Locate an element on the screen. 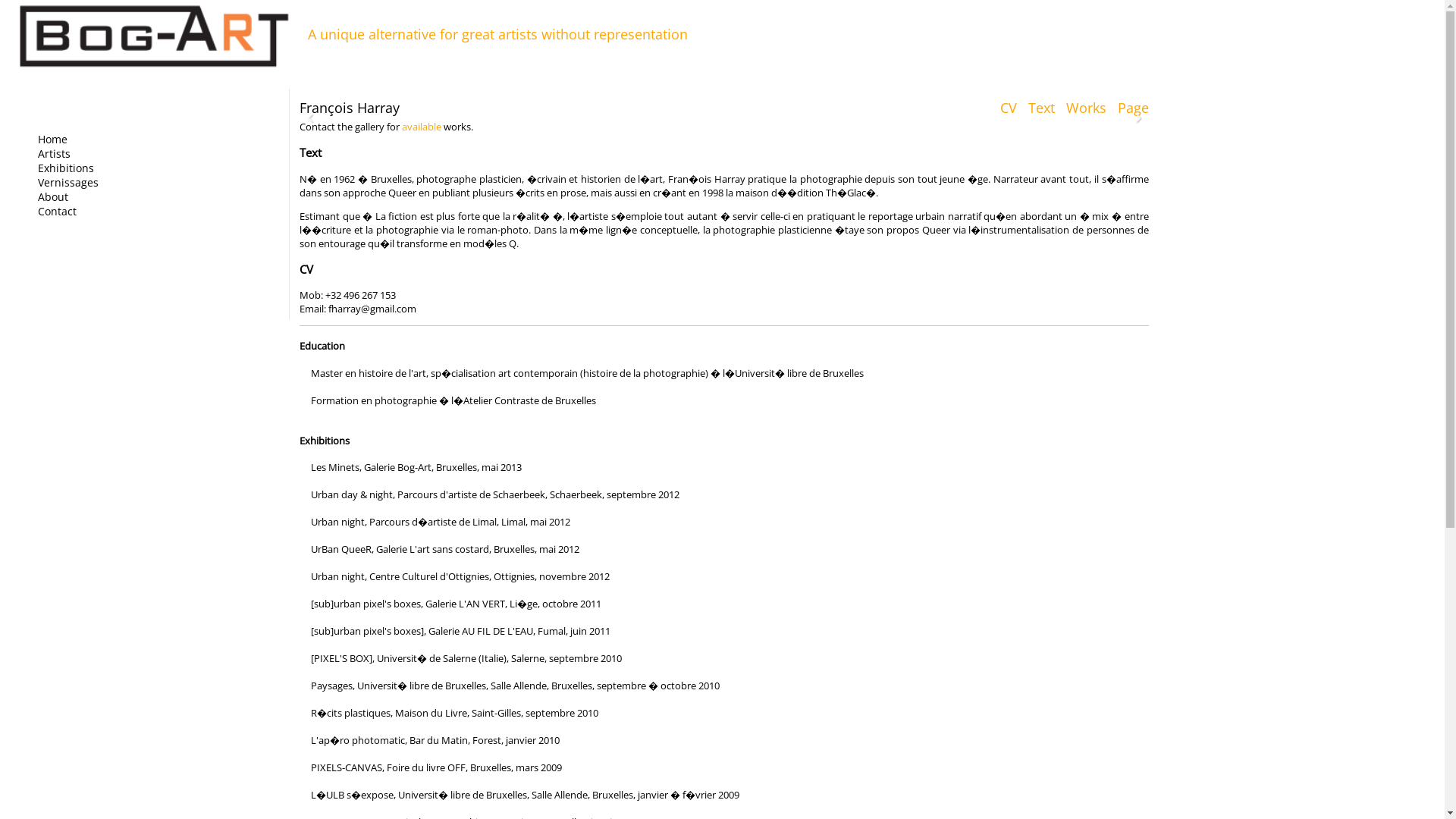 The width and height of the screenshot is (1456, 819). '  CV' is located at coordinates (992, 107).